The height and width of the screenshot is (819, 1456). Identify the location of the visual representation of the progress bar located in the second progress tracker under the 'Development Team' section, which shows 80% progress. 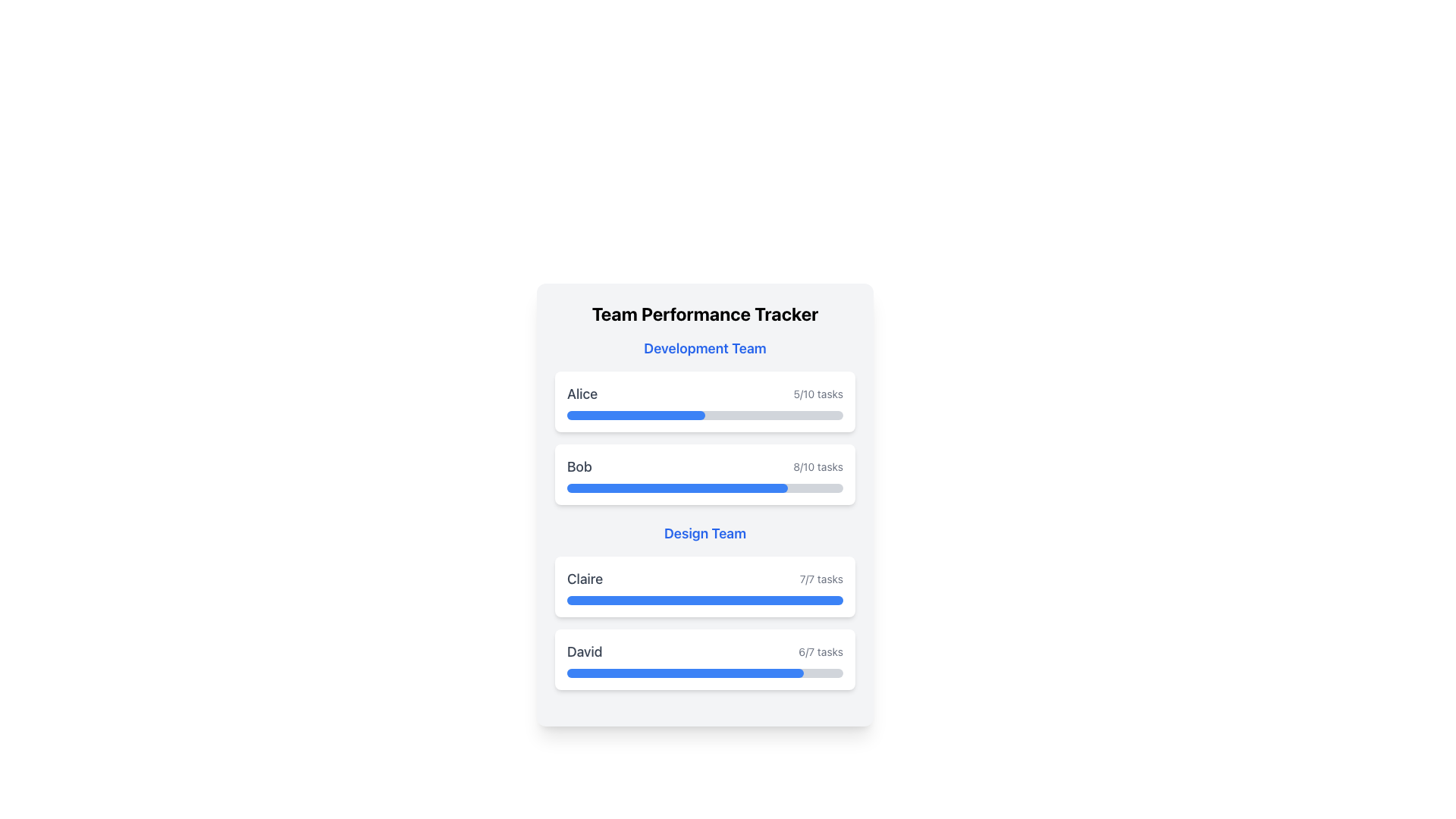
(676, 488).